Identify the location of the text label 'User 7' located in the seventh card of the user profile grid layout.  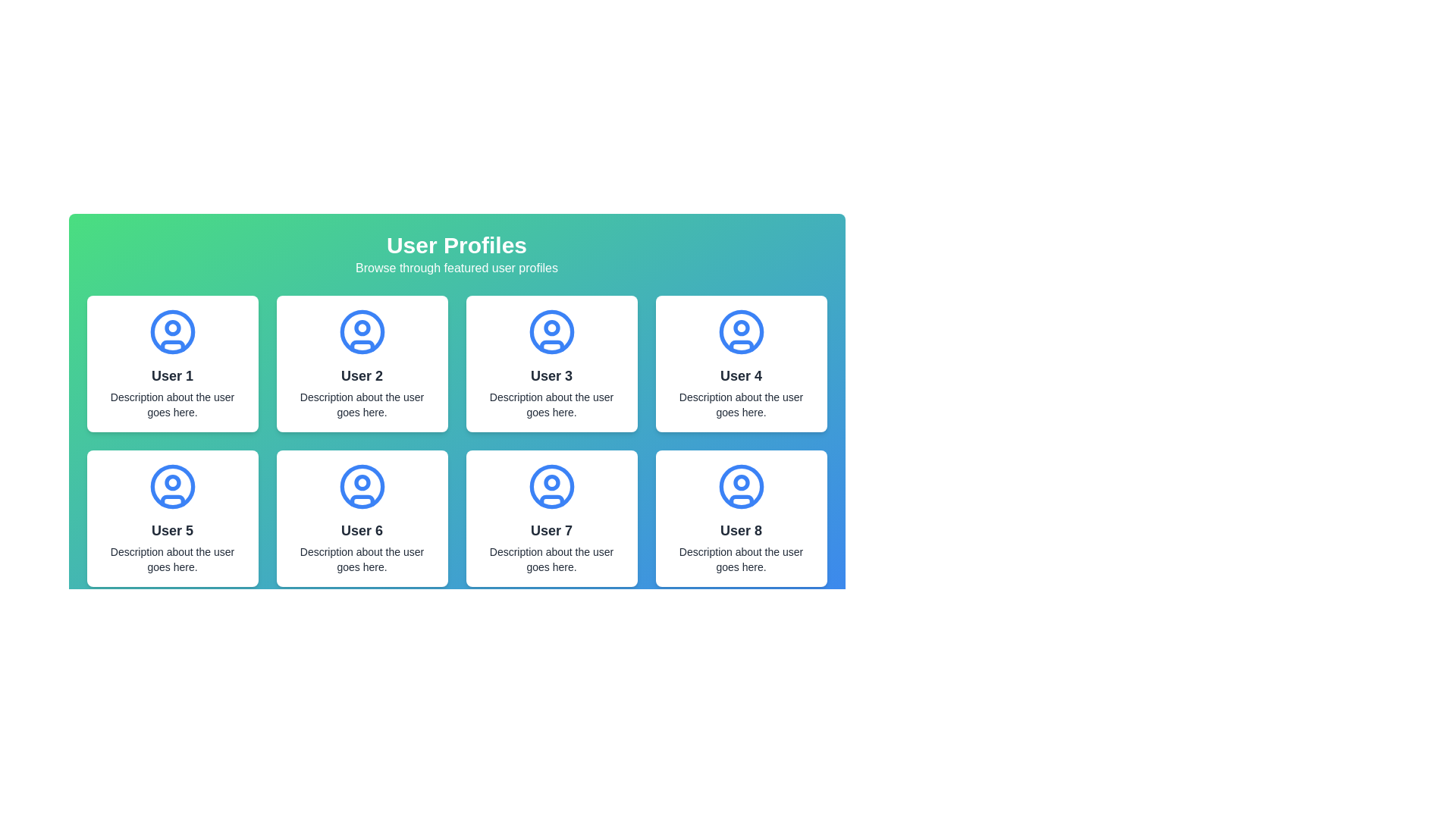
(551, 529).